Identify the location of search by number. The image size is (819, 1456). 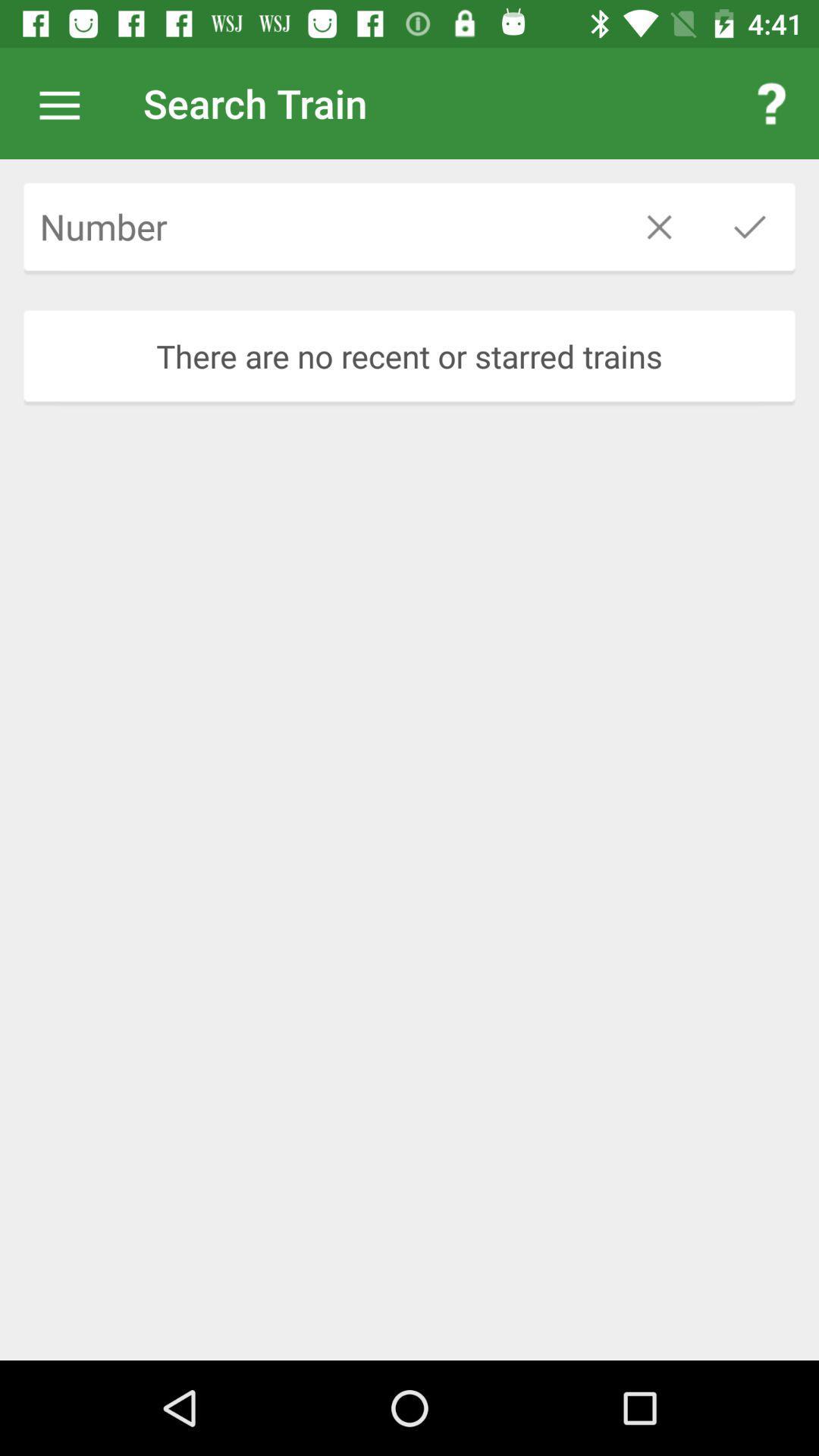
(318, 226).